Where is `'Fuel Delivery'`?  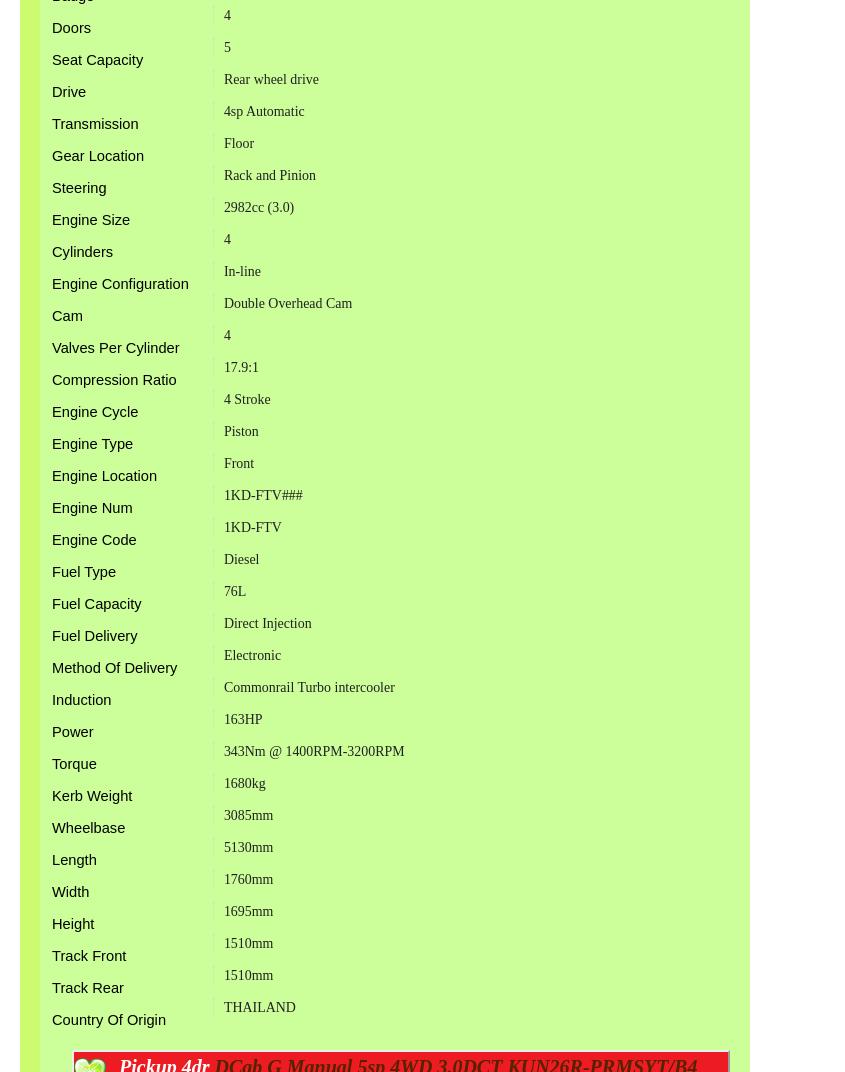
'Fuel Delivery' is located at coordinates (94, 635).